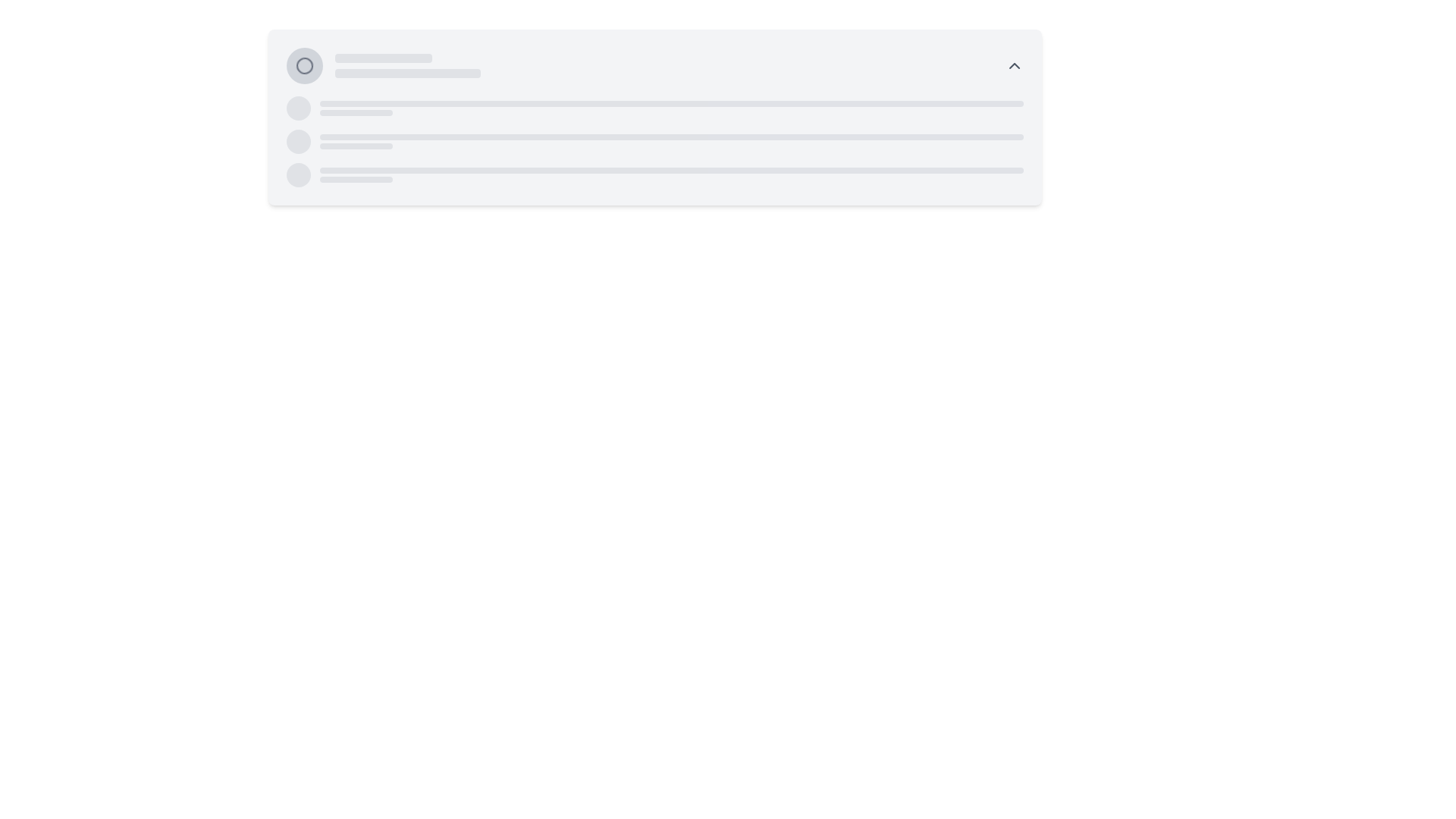  What do you see at coordinates (655, 107) in the screenshot?
I see `the first placeholder row in the vertical list that indicates loading content` at bounding box center [655, 107].